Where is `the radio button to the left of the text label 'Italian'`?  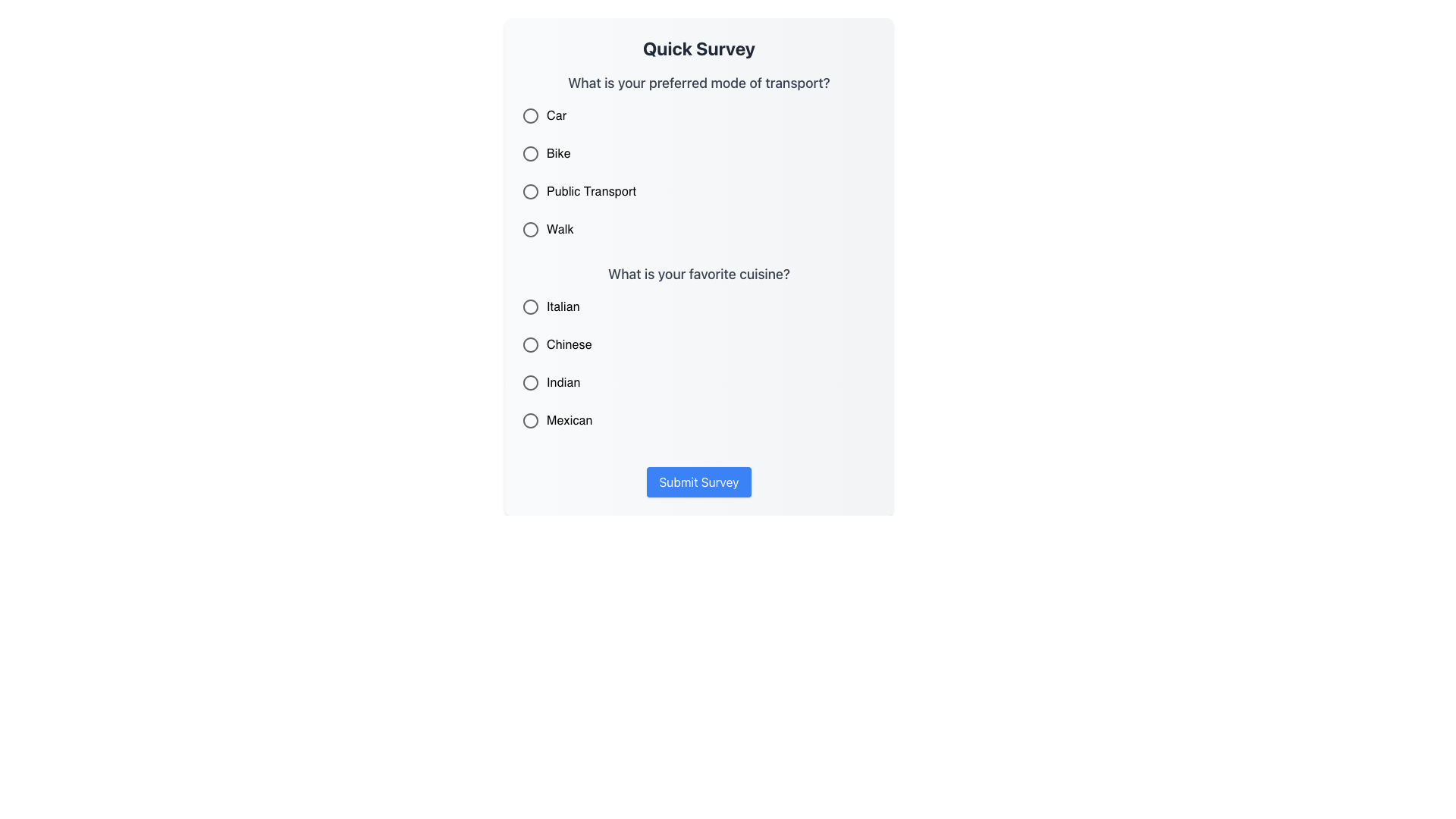
the radio button to the left of the text label 'Italian' is located at coordinates (531, 307).